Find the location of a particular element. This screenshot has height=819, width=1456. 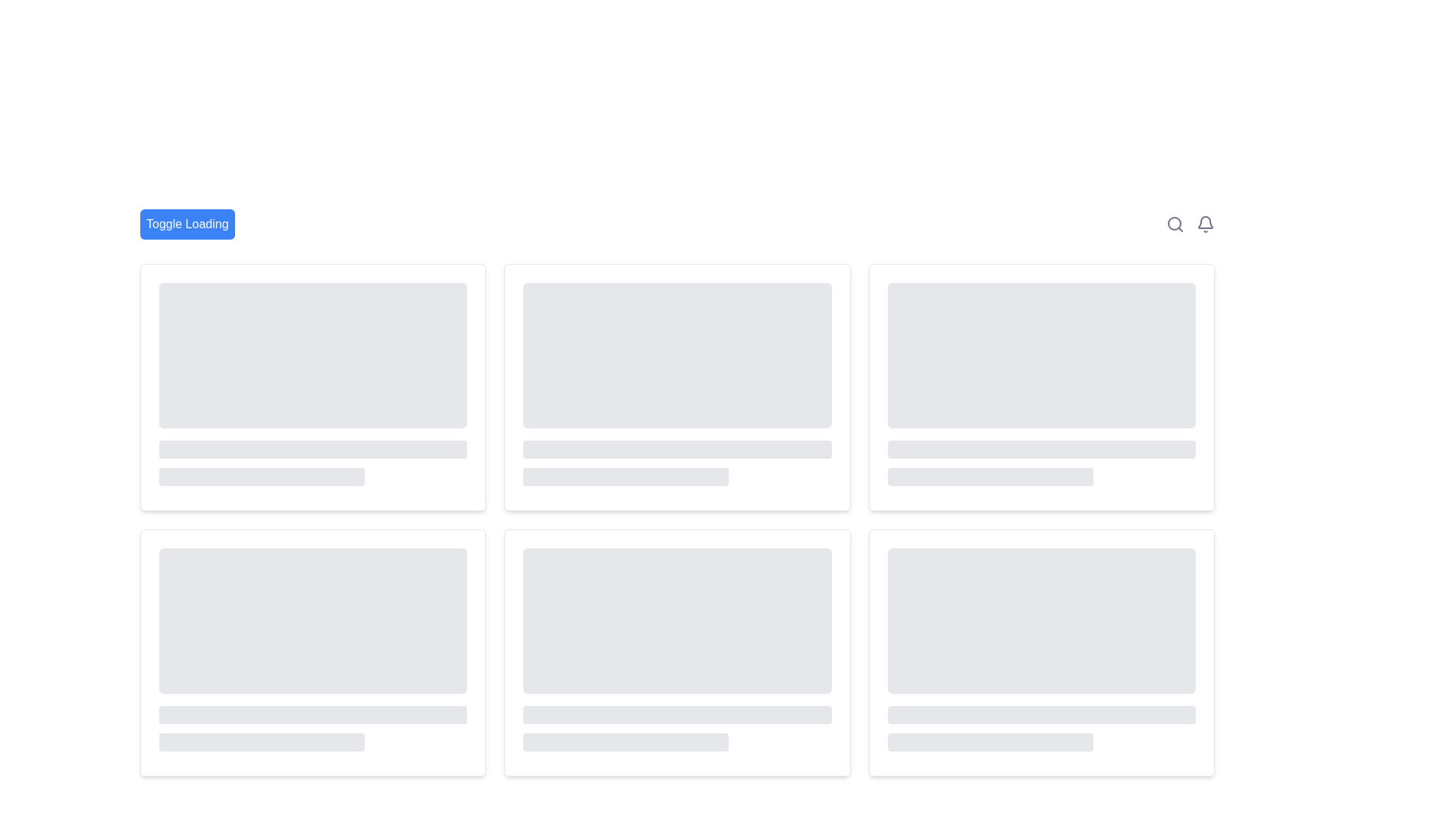

the notification icon located at the top-right corner of the interface, to the right of the 'Toggle Loading' text is located at coordinates (1189, 224).